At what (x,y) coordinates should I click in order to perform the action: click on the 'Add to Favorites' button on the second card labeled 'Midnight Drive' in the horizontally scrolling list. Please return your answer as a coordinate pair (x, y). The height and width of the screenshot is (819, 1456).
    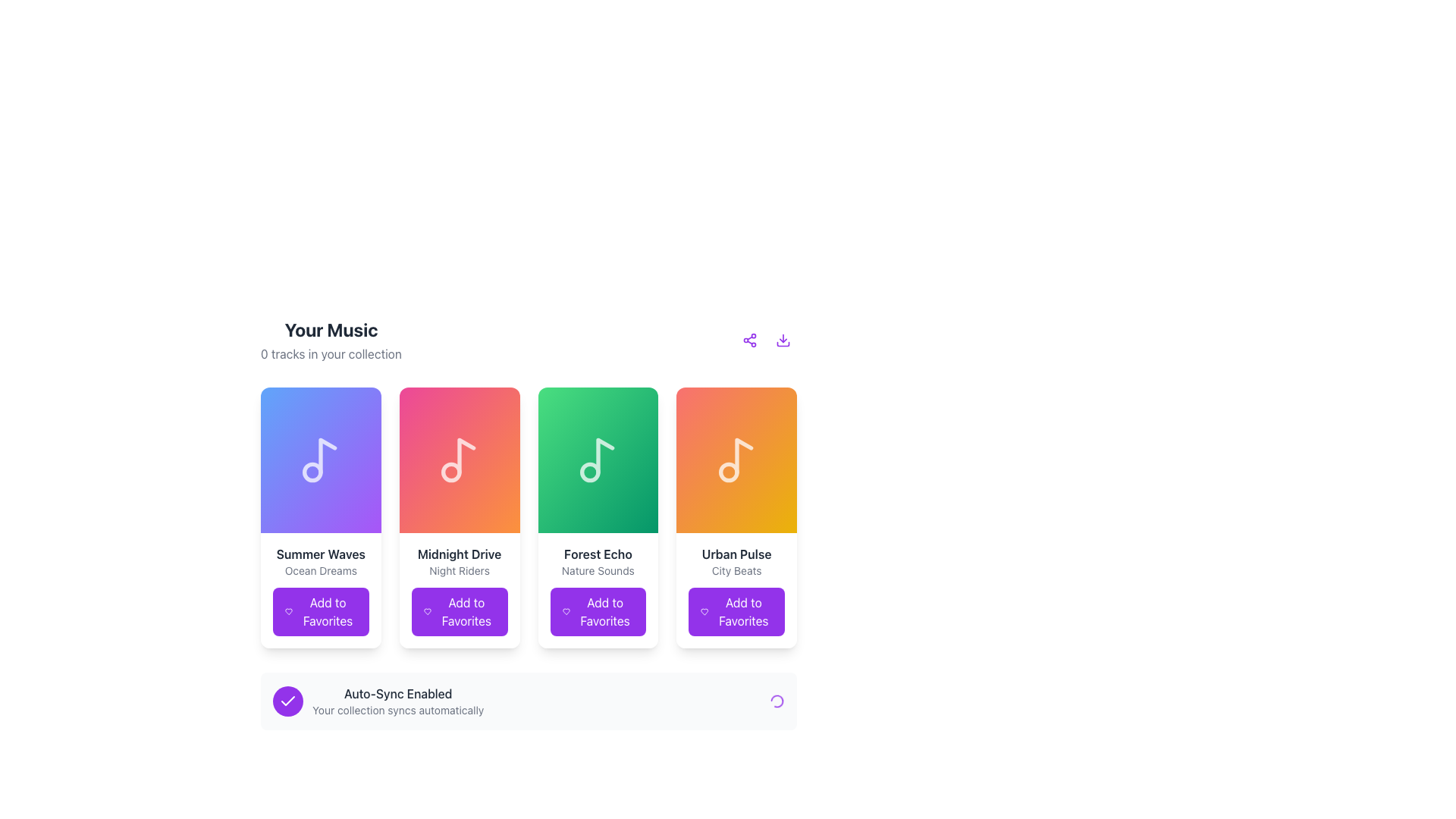
    Looking at the image, I should click on (459, 610).